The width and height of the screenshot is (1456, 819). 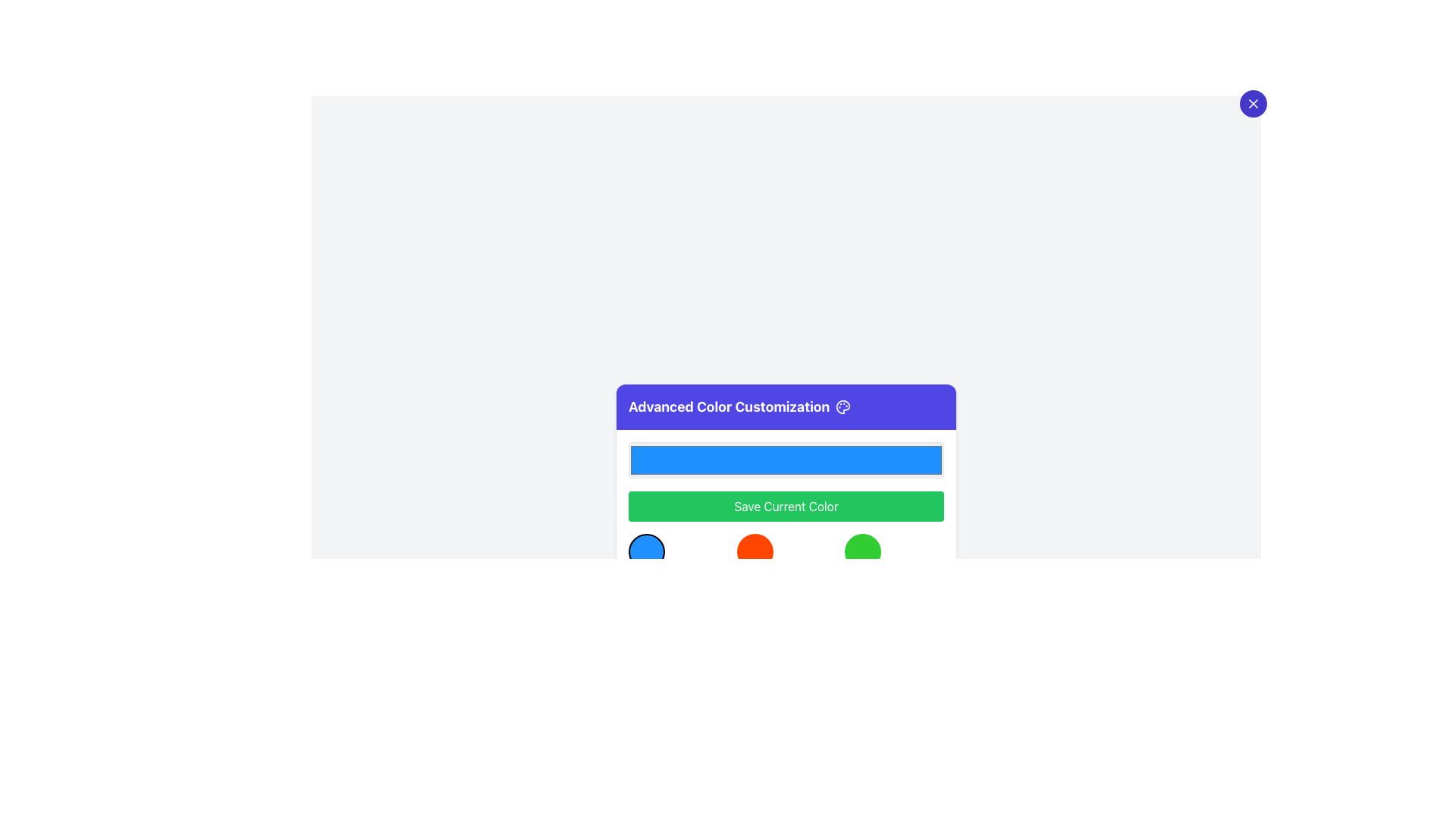 I want to click on the Color Picker Input located within the 'Advanced Color Customization' modal, so click(x=786, y=459).